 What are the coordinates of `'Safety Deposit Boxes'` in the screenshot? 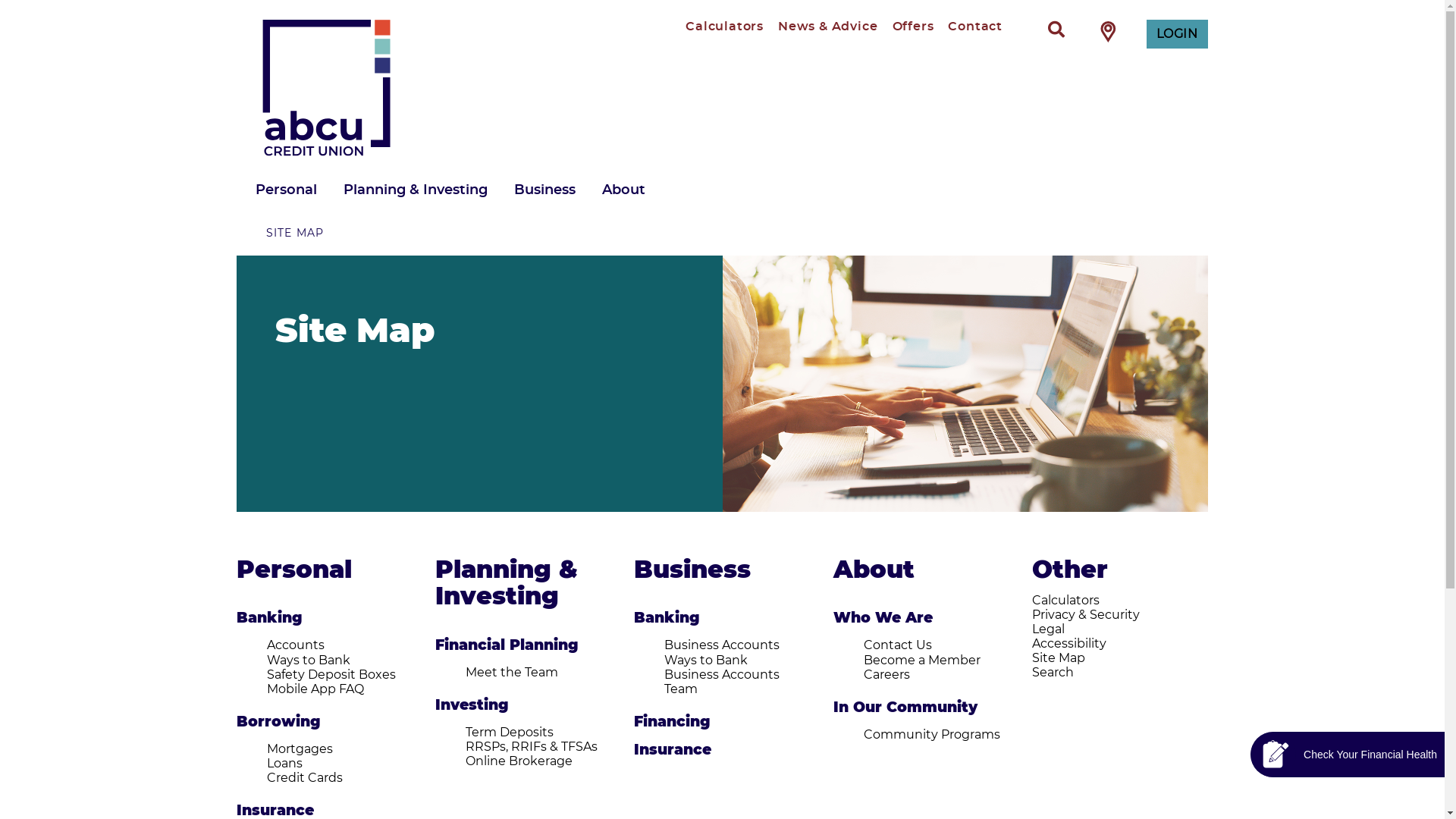 It's located at (266, 674).